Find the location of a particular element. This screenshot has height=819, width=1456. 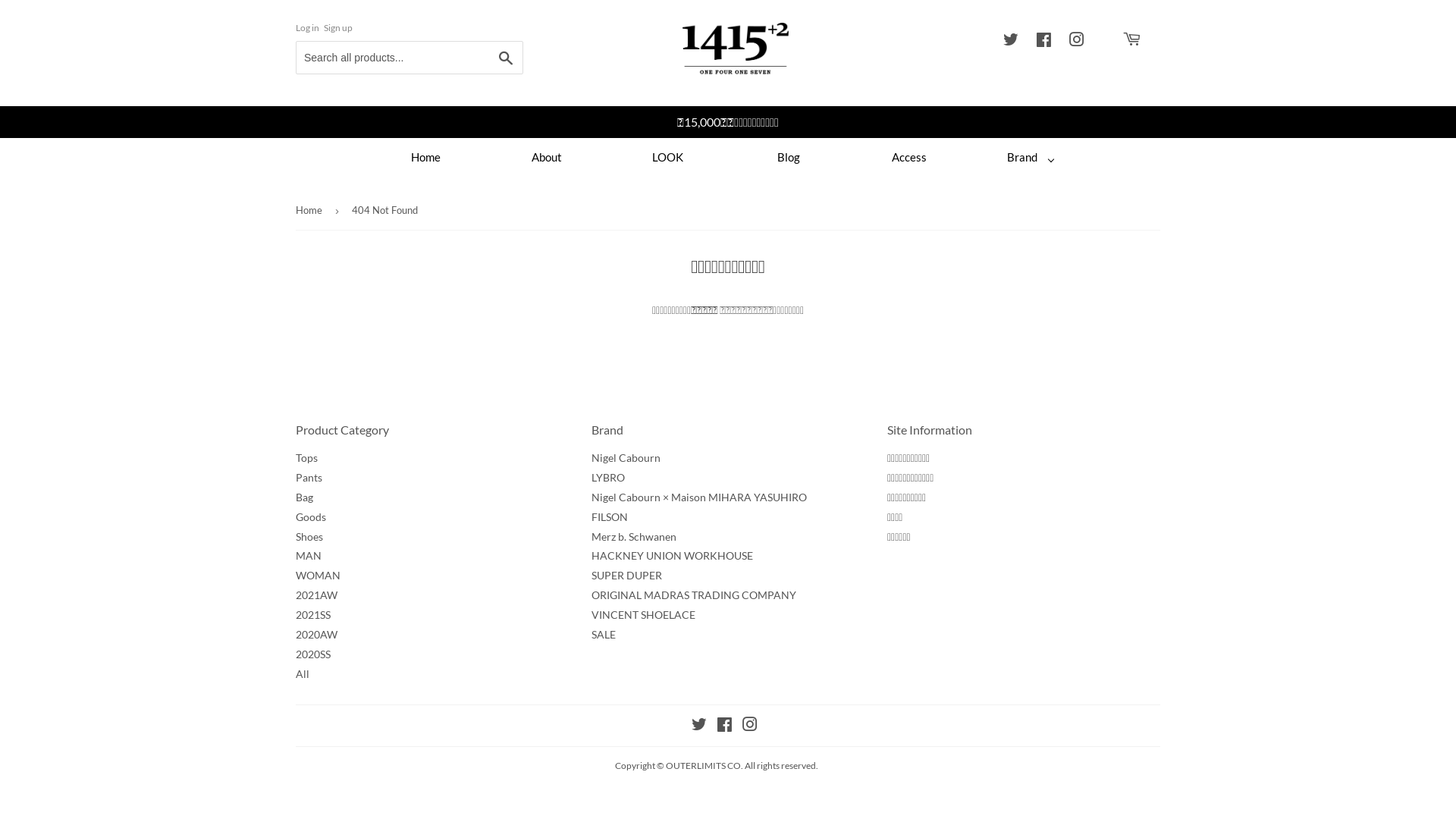

'Tops' is located at coordinates (295, 457).